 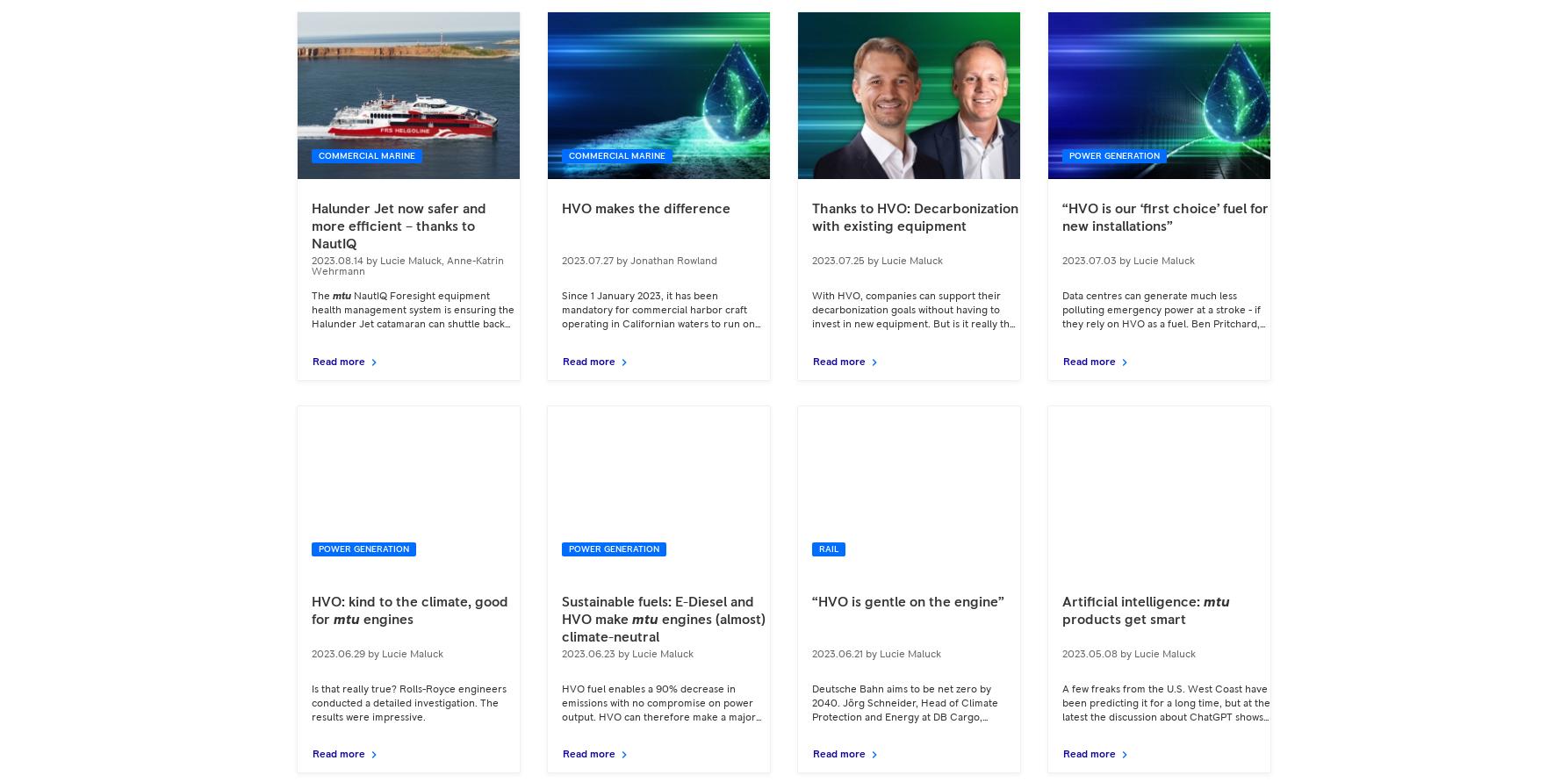 What do you see at coordinates (1062, 619) in the screenshot?
I see `'products get smart'` at bounding box center [1062, 619].